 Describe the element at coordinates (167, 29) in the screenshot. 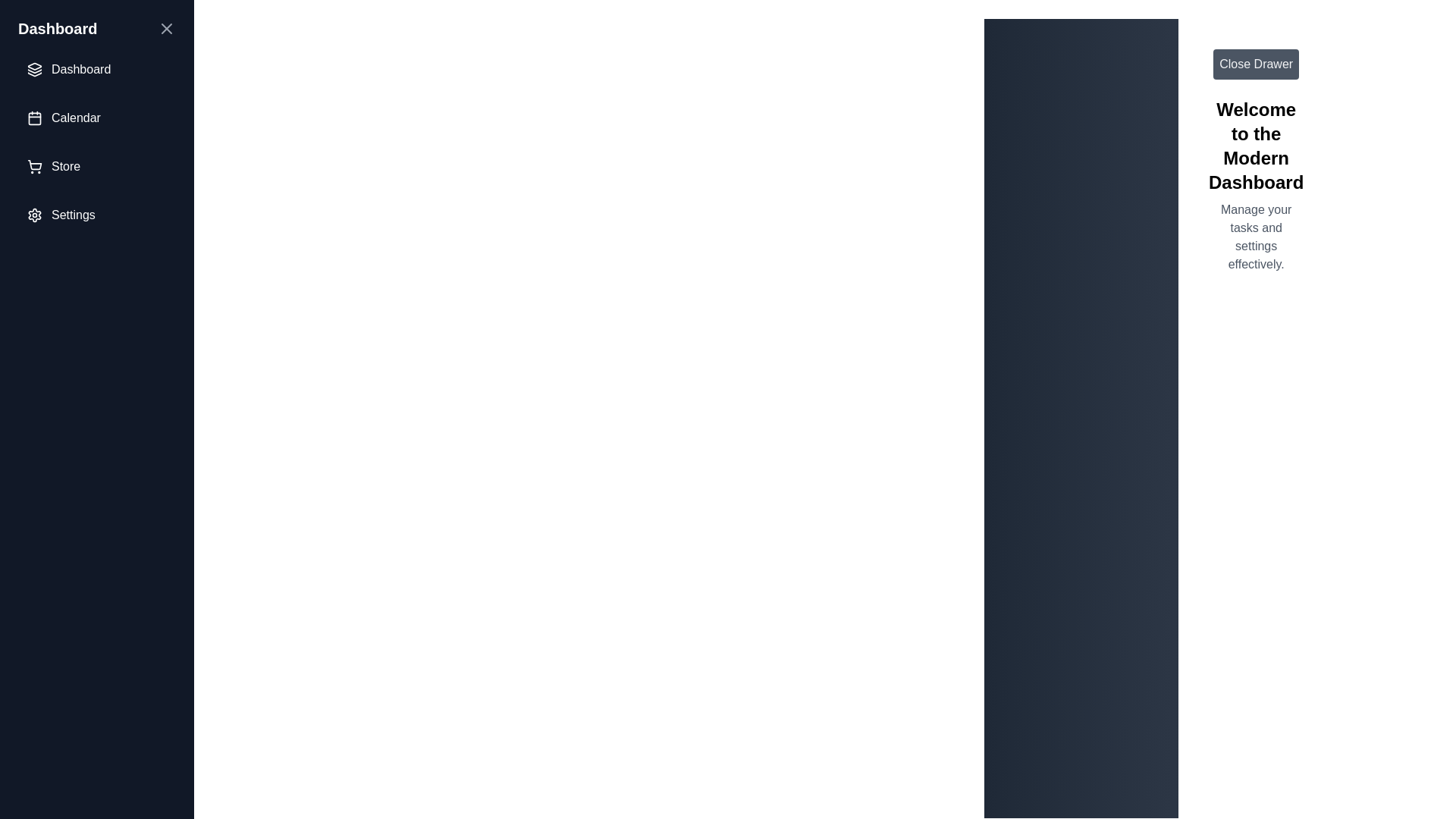

I see `the header close button to close the drawer` at that location.